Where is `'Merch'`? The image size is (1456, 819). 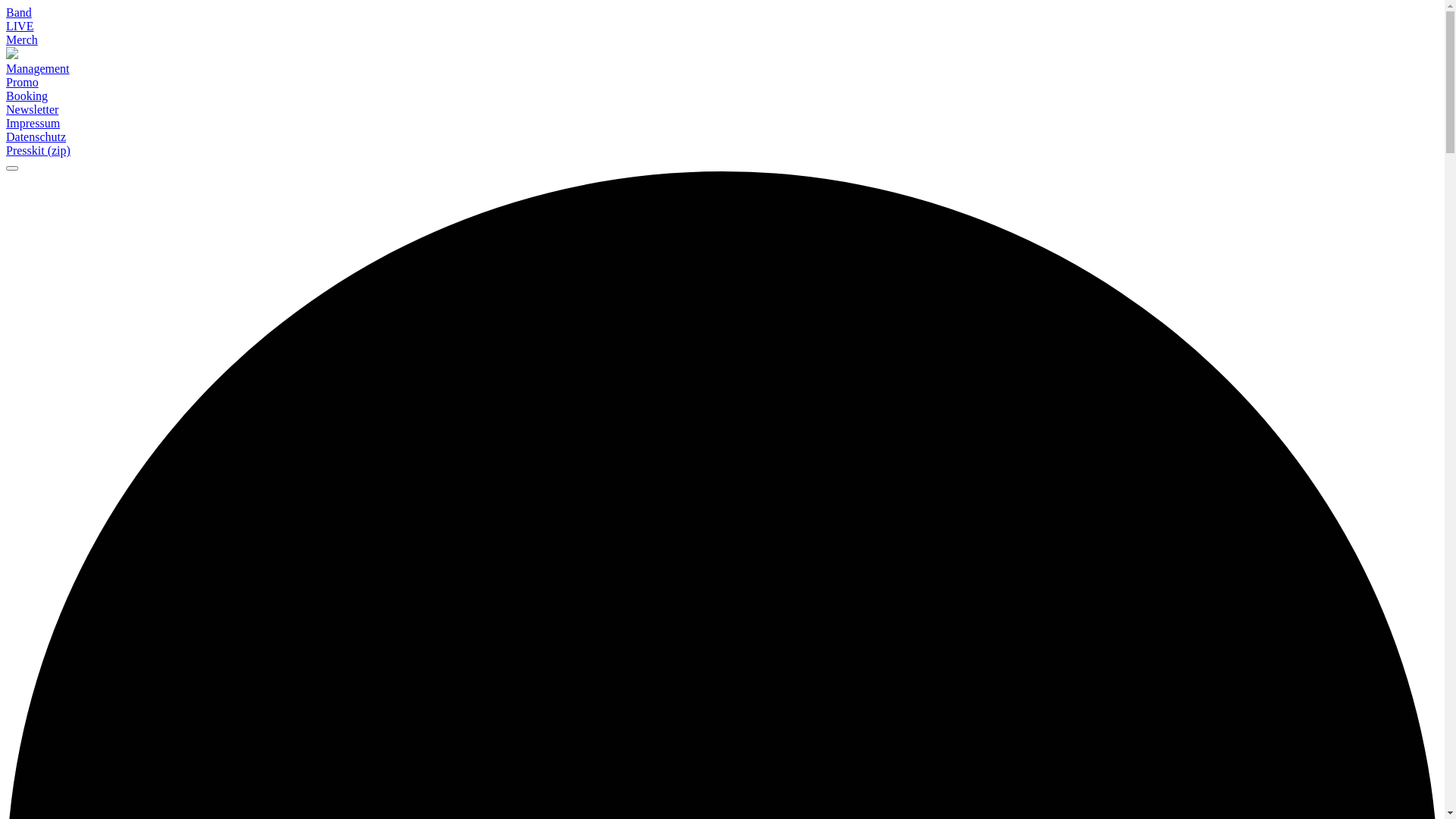 'Merch' is located at coordinates (21, 39).